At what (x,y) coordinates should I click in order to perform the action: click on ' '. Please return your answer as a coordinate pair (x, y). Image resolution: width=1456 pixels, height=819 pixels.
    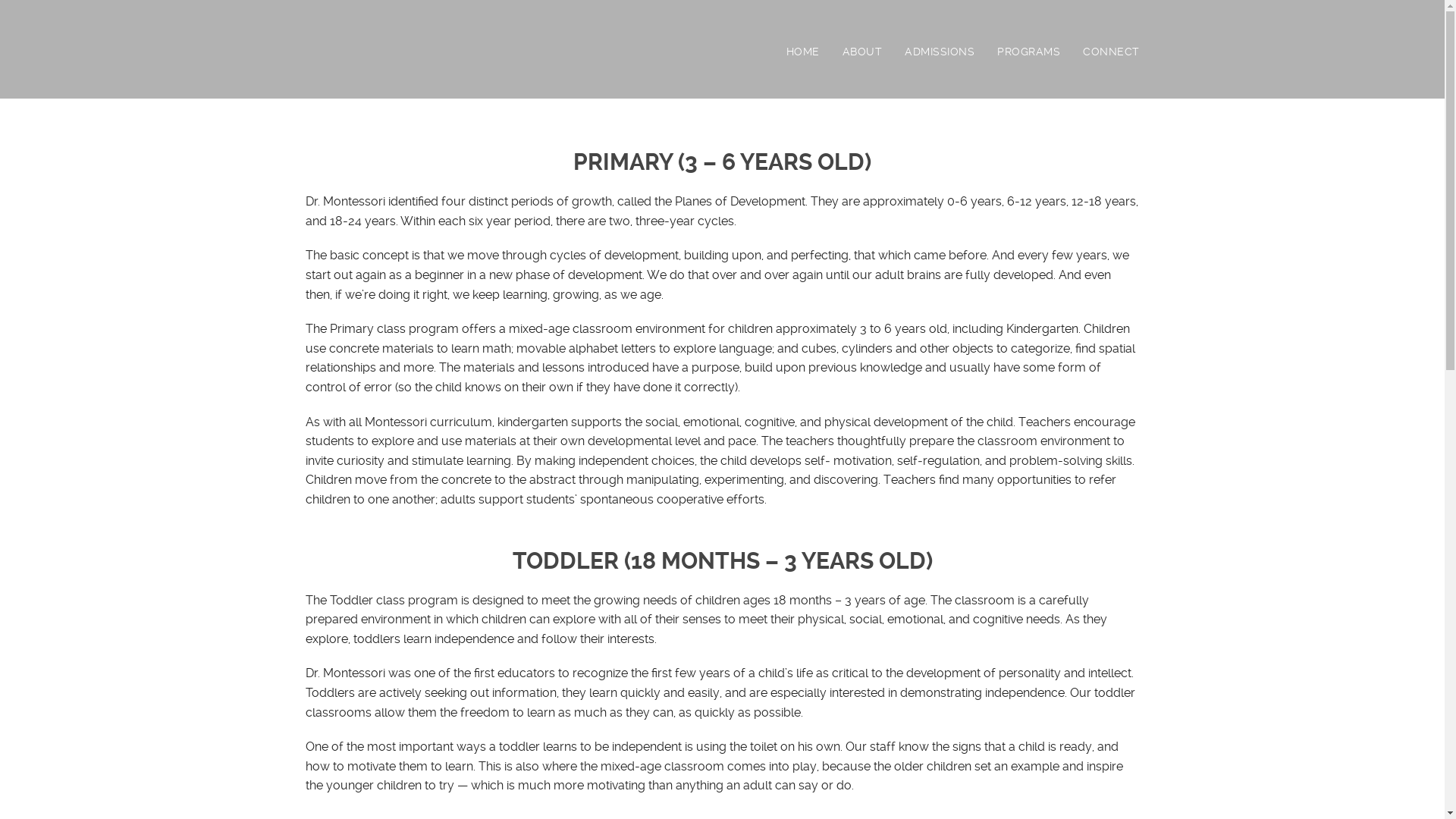
    Looking at the image, I should click on (304, 54).